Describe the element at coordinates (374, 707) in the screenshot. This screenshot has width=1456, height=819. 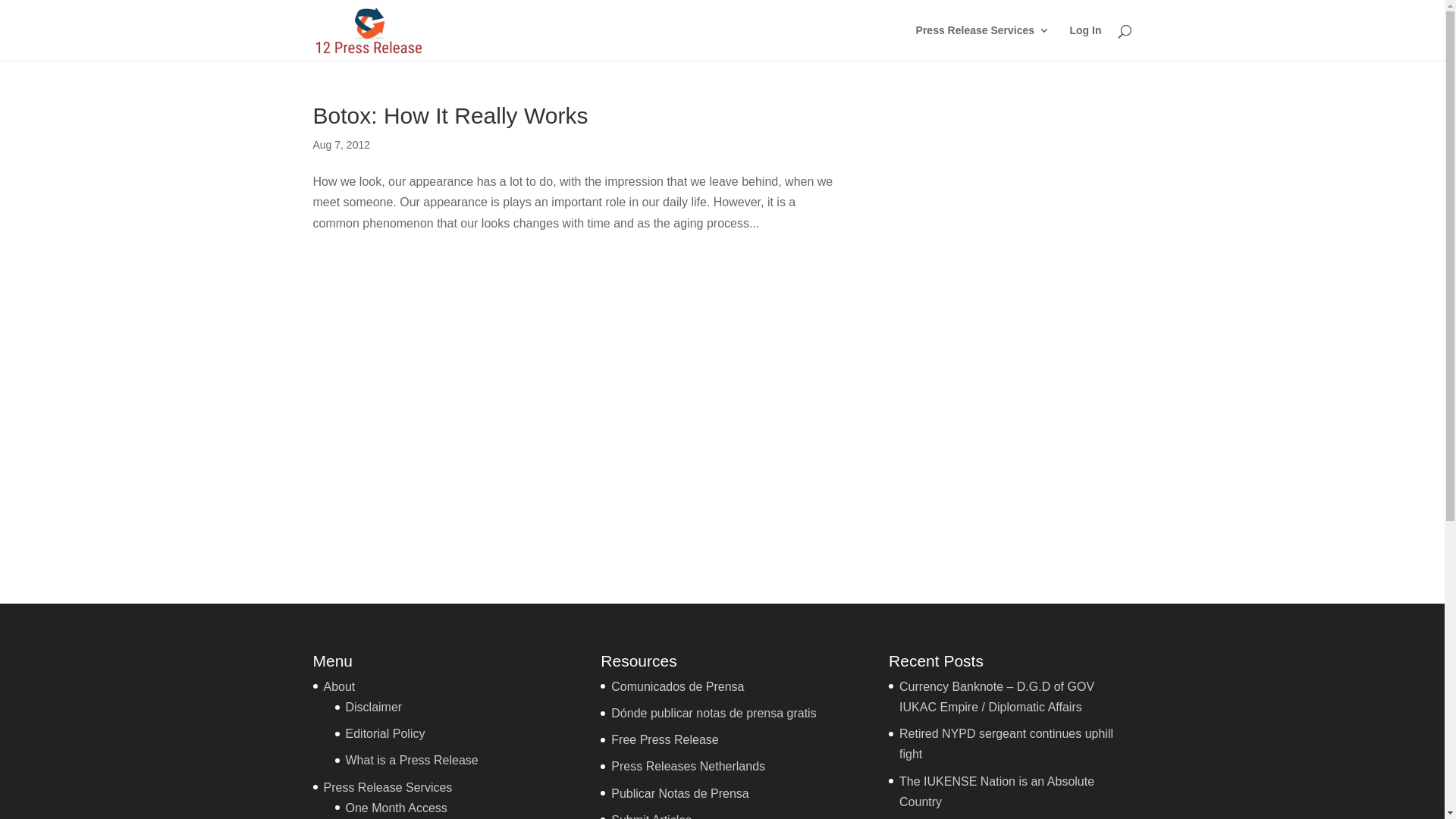
I see `'Disclaimer'` at that location.